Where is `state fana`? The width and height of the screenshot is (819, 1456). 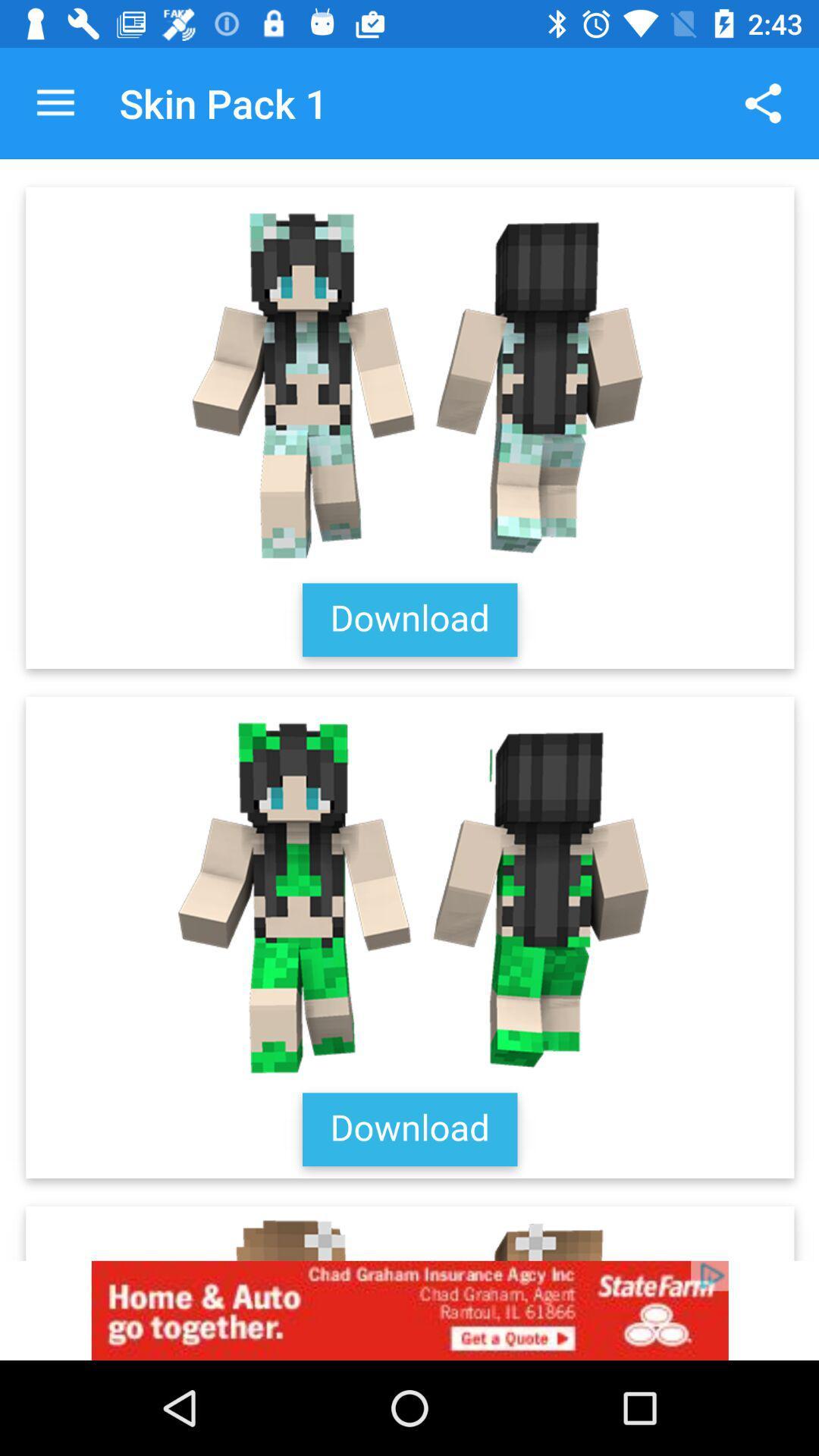
state fana is located at coordinates (409, 1310).